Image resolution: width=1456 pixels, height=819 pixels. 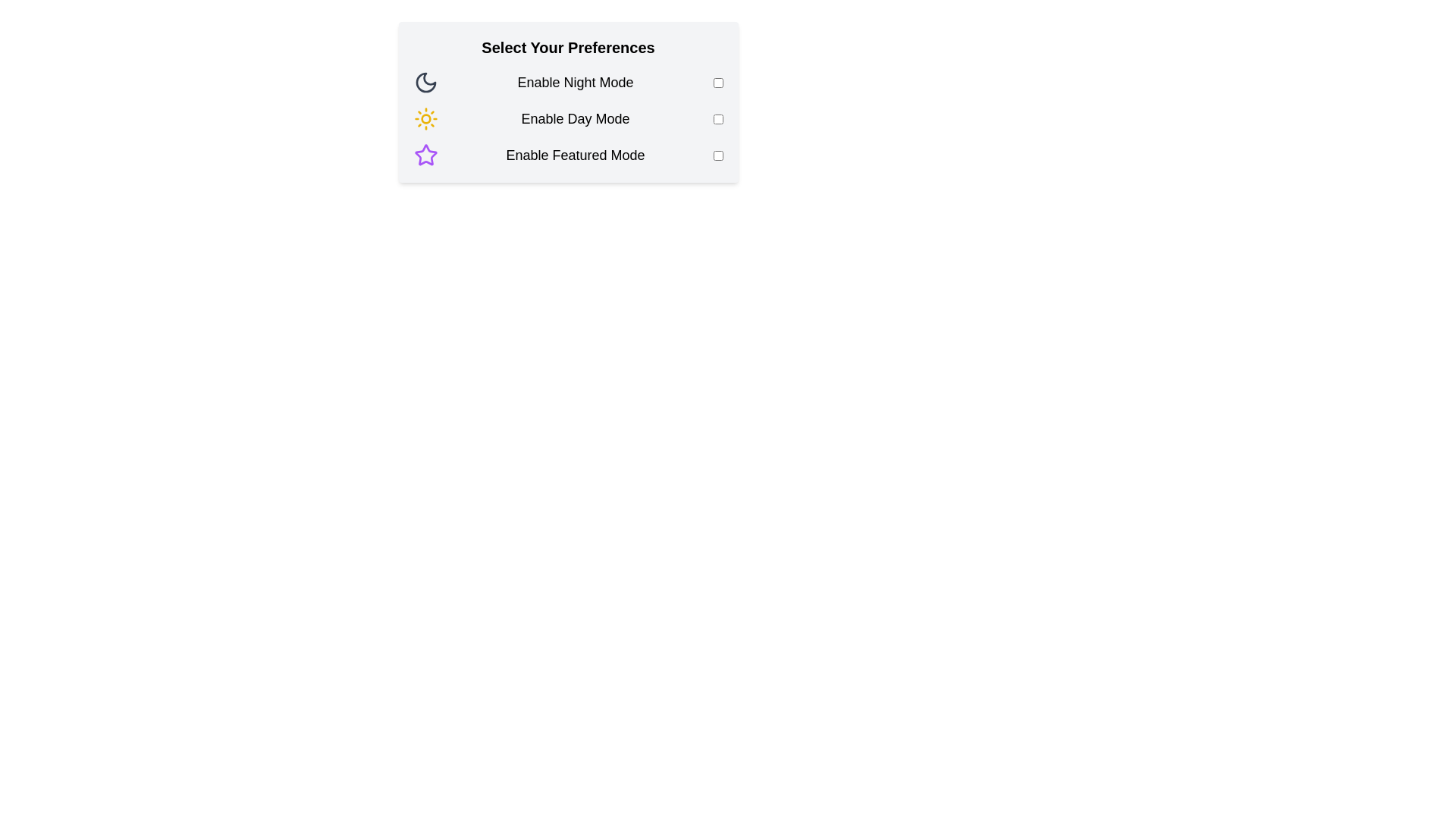 What do you see at coordinates (425, 118) in the screenshot?
I see `sun icon that visually represents 'Enable Day Mode', located to the left of the label text` at bounding box center [425, 118].